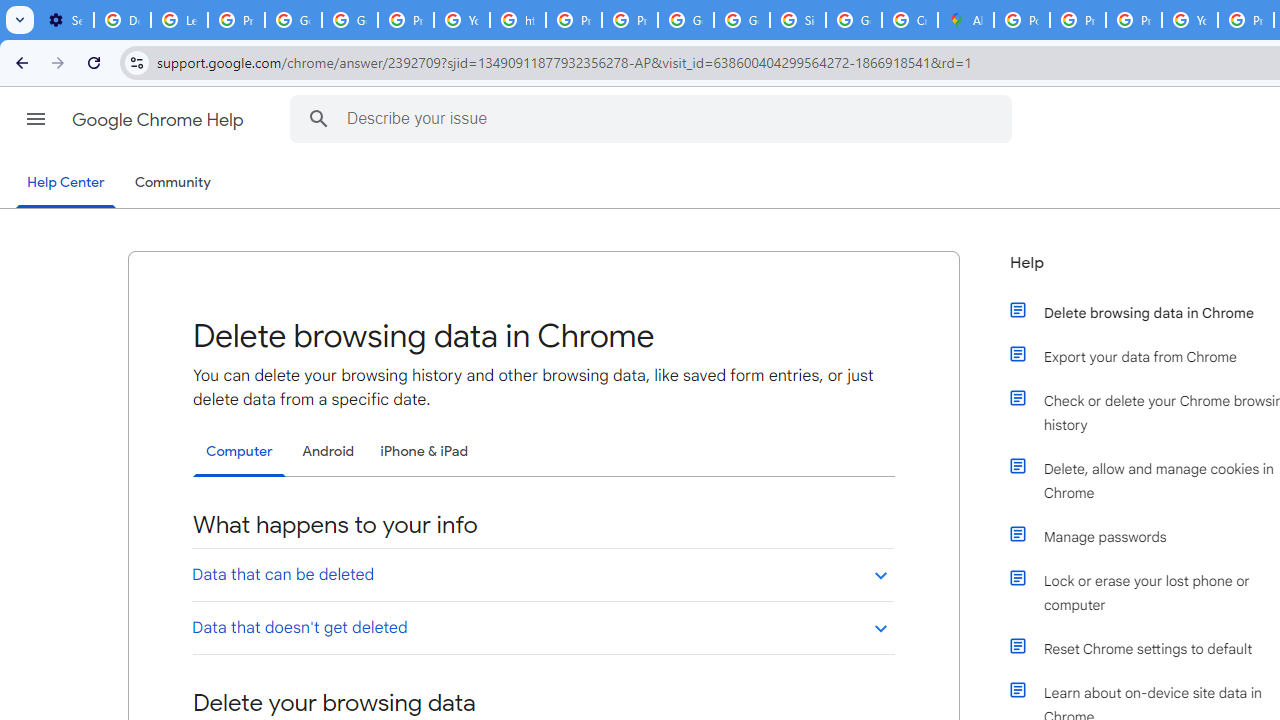  I want to click on 'https://scholar.google.com/', so click(518, 20).